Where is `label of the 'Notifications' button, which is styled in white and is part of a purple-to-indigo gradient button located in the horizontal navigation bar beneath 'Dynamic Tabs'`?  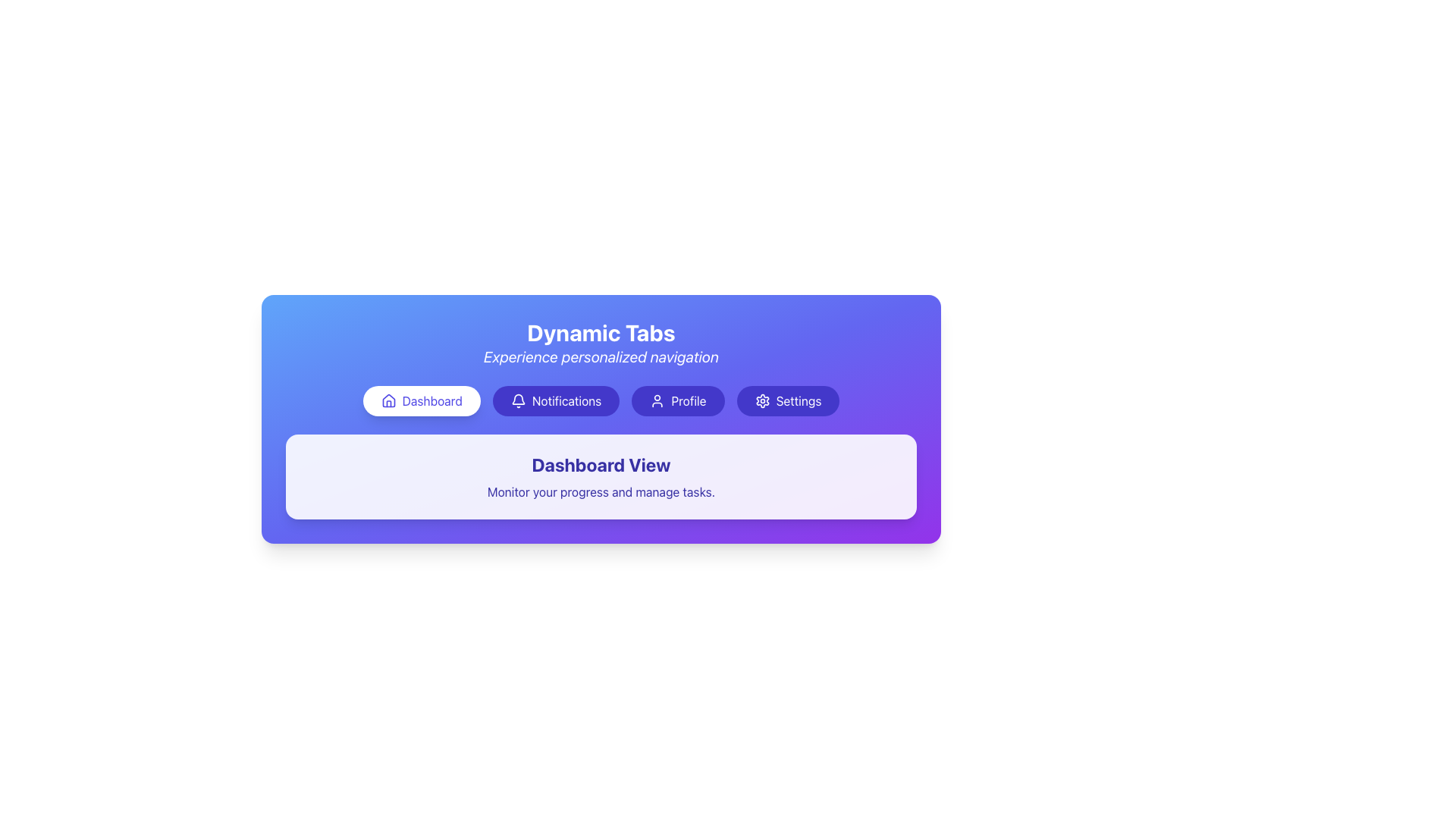
label of the 'Notifications' button, which is styled in white and is part of a purple-to-indigo gradient button located in the horizontal navigation bar beneath 'Dynamic Tabs' is located at coordinates (566, 400).